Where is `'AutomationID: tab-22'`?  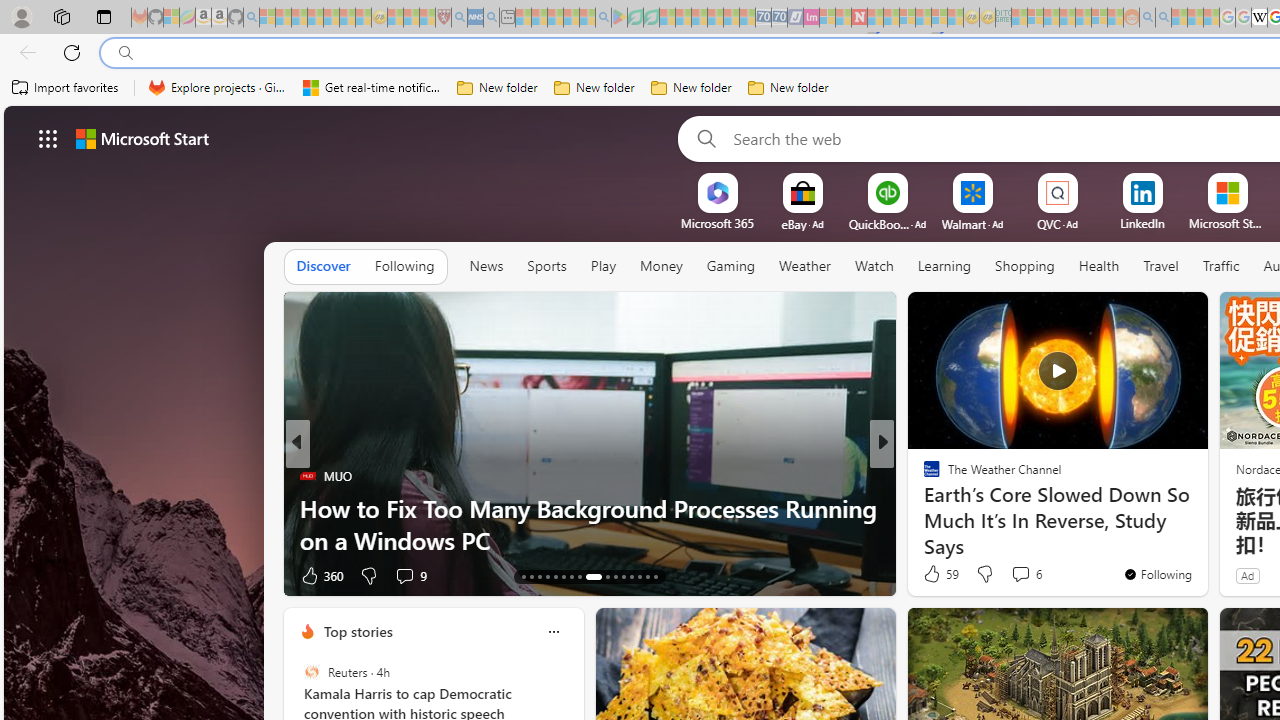
'AutomationID: tab-22' is located at coordinates (606, 577).